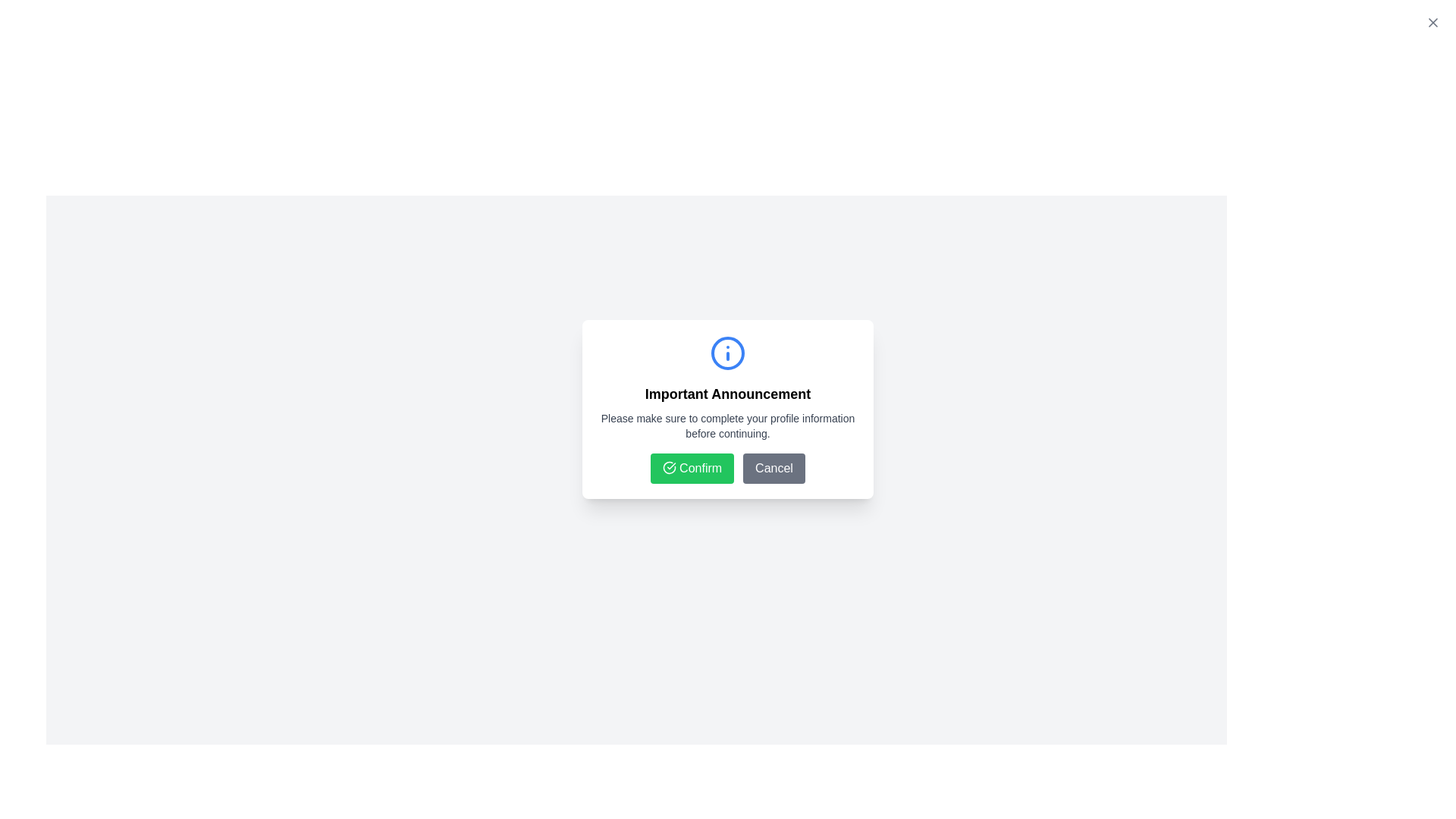 This screenshot has height=819, width=1456. Describe the element at coordinates (692, 467) in the screenshot. I see `the green 'Confirm' button in the modal dialog box` at that location.